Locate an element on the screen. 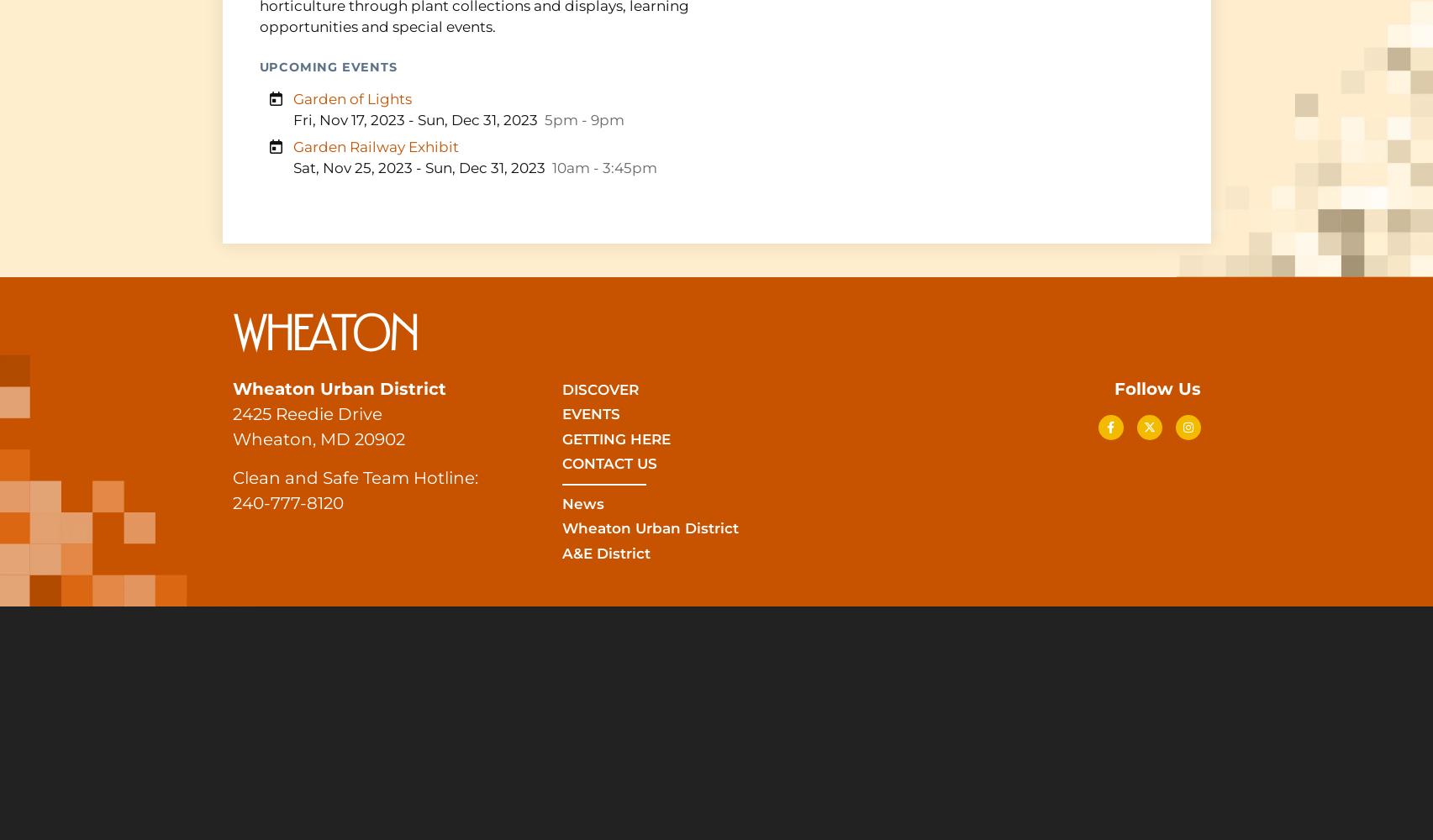 Image resolution: width=1433 pixels, height=840 pixels. 'Clean and Safe Team Hotline:' is located at coordinates (232, 476).